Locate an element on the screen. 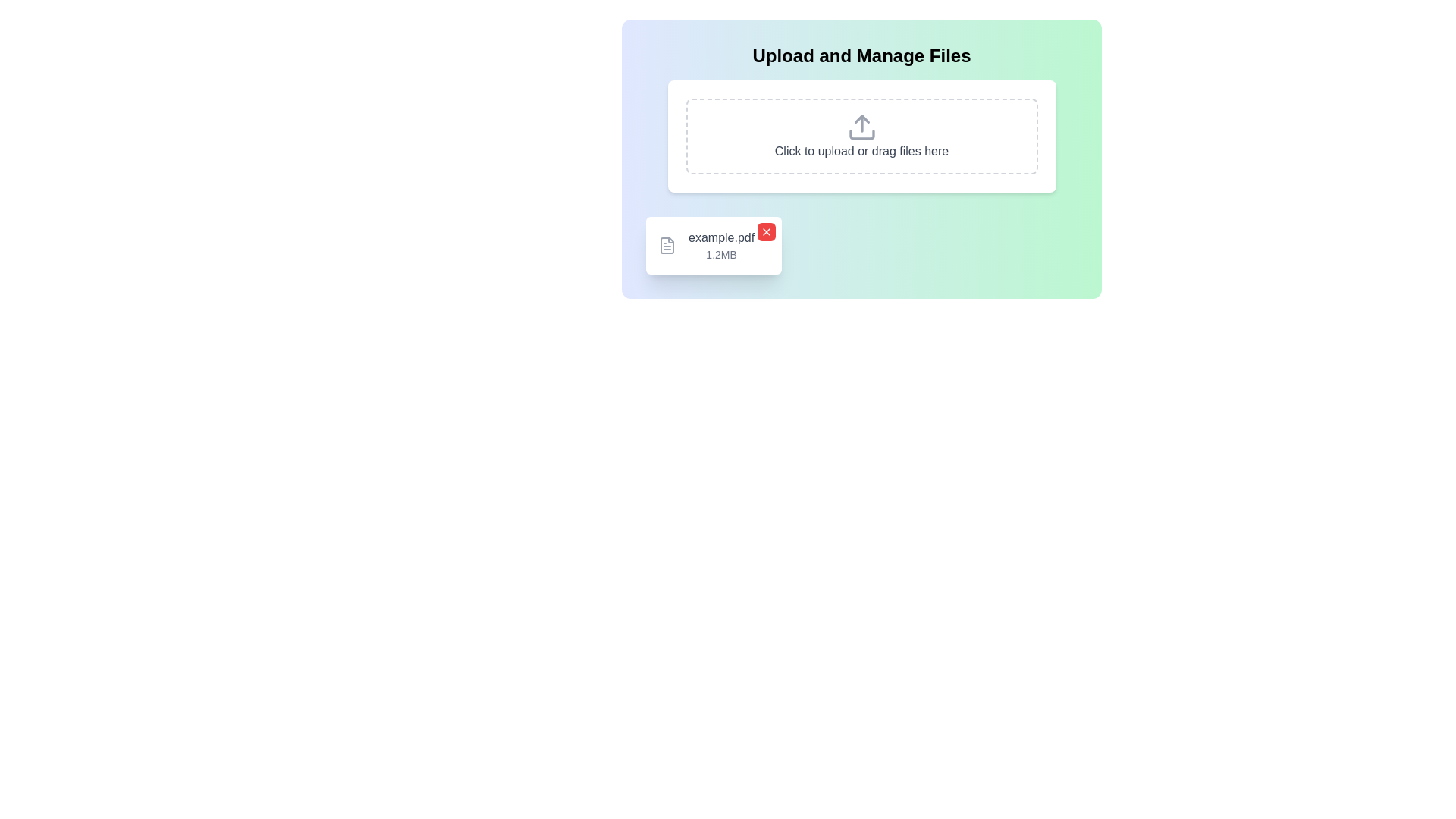  the upward-pointing arrow icon representing an upload action, located at the center of the drop zone area above the text 'Click to upload or drag files here' is located at coordinates (861, 127).